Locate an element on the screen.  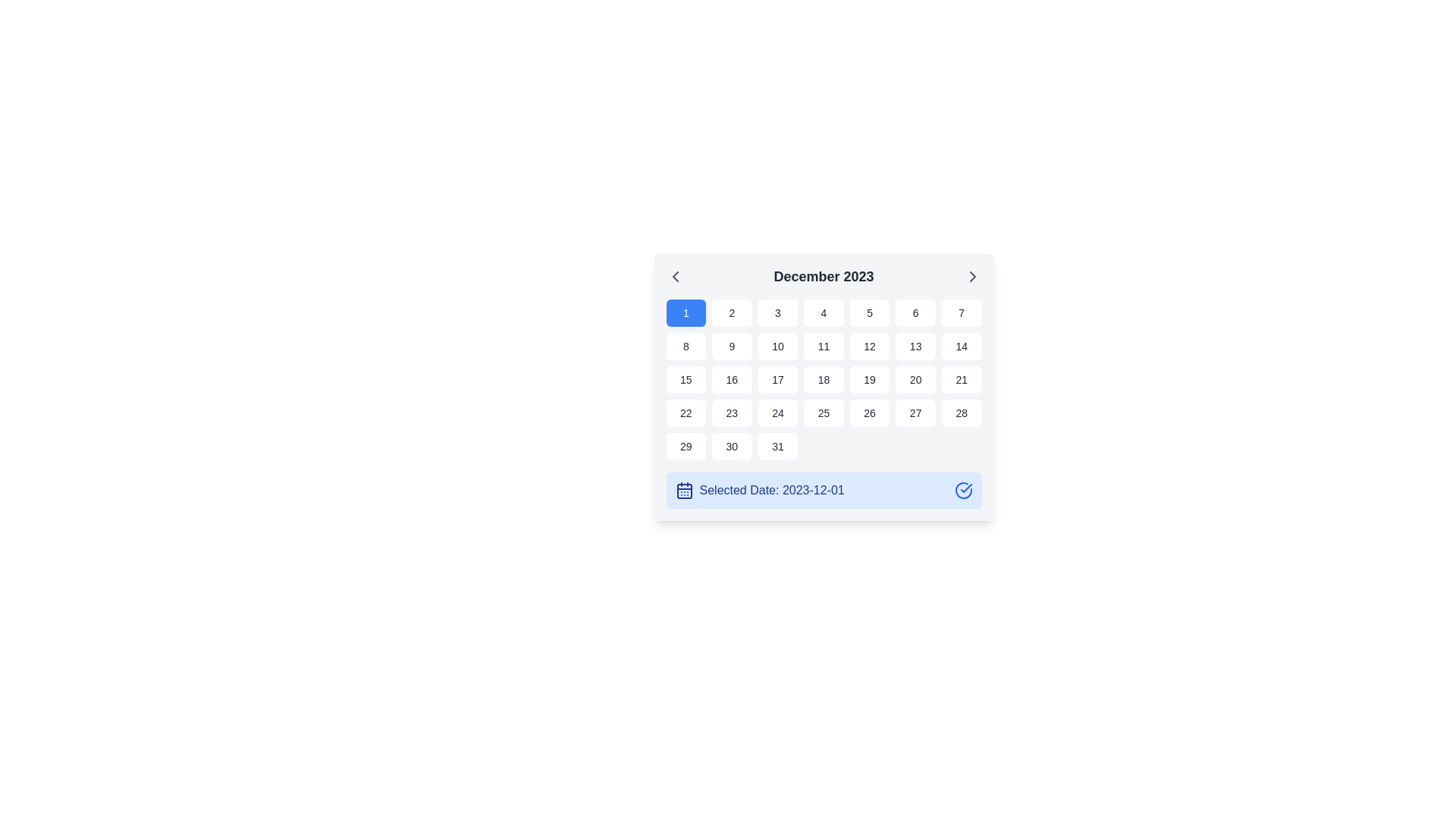
the button representing the date '30' in the calendar, located in the bottom row of the calendar grid, second-to-last item is located at coordinates (732, 446).